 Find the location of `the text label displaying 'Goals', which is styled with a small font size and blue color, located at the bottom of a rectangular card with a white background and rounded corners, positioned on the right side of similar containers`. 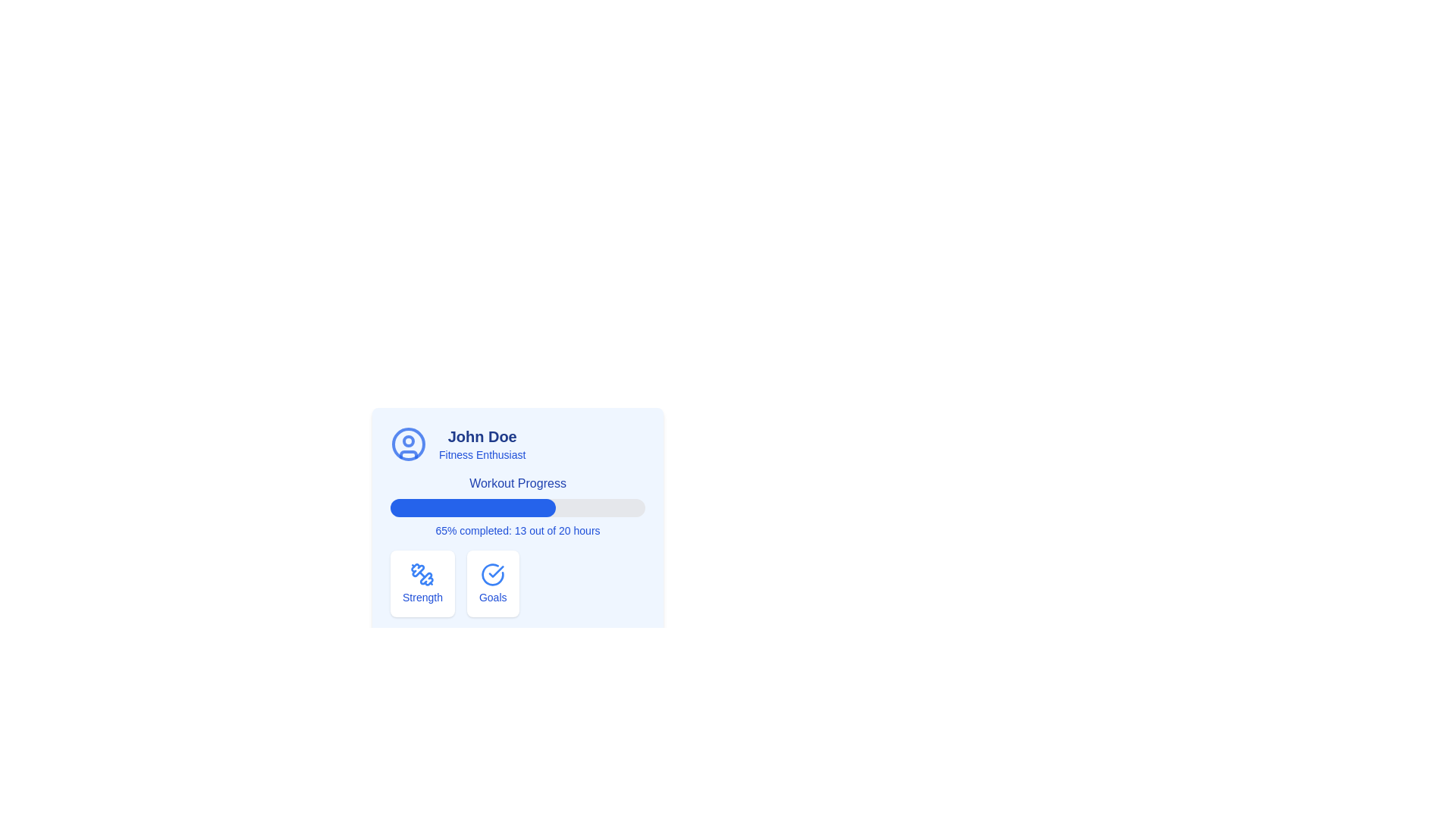

the text label displaying 'Goals', which is styled with a small font size and blue color, located at the bottom of a rectangular card with a white background and rounded corners, positioned on the right side of similar containers is located at coordinates (493, 596).